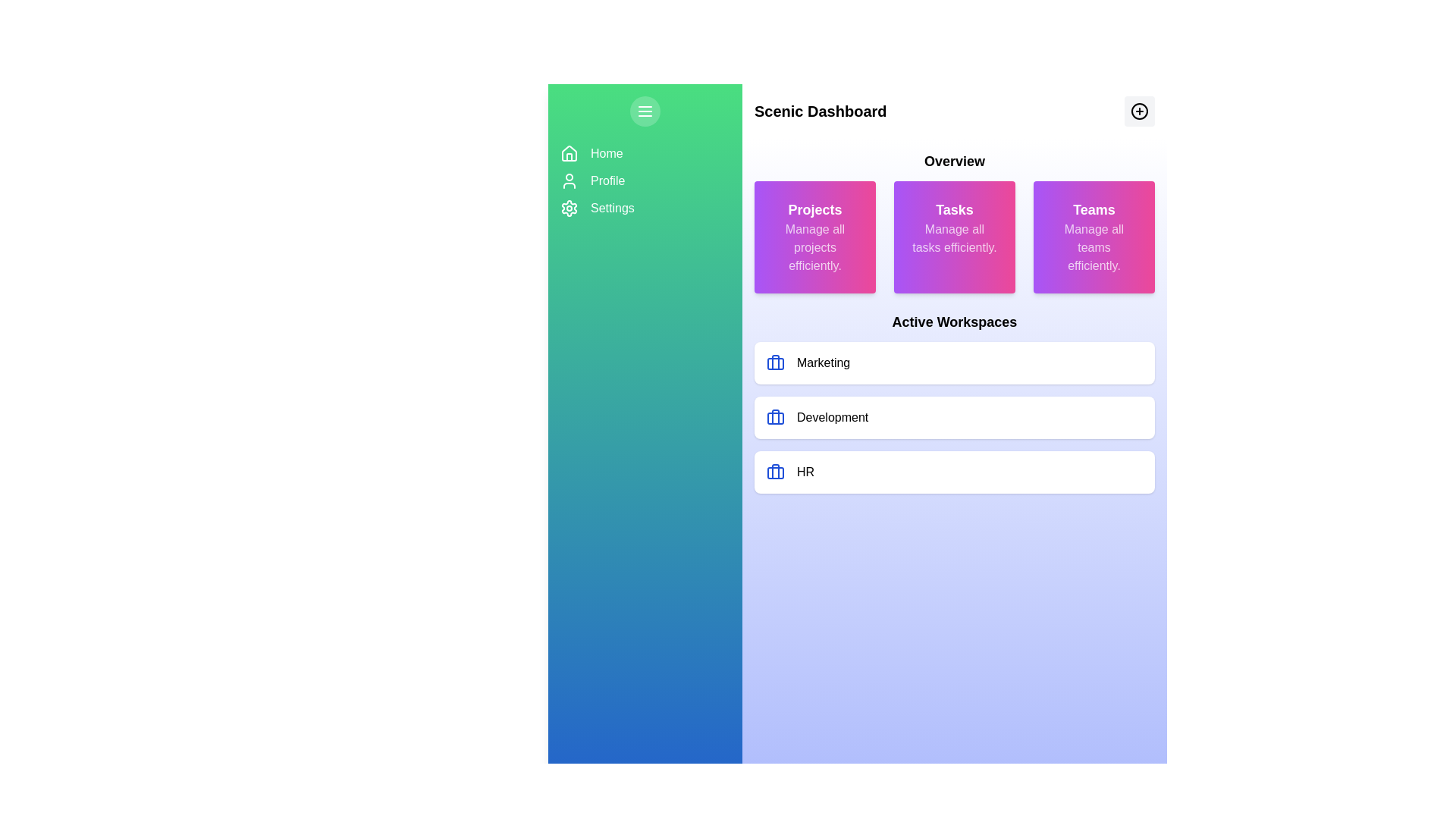  I want to click on the 'Profile' text label in the sidebar, so click(607, 180).